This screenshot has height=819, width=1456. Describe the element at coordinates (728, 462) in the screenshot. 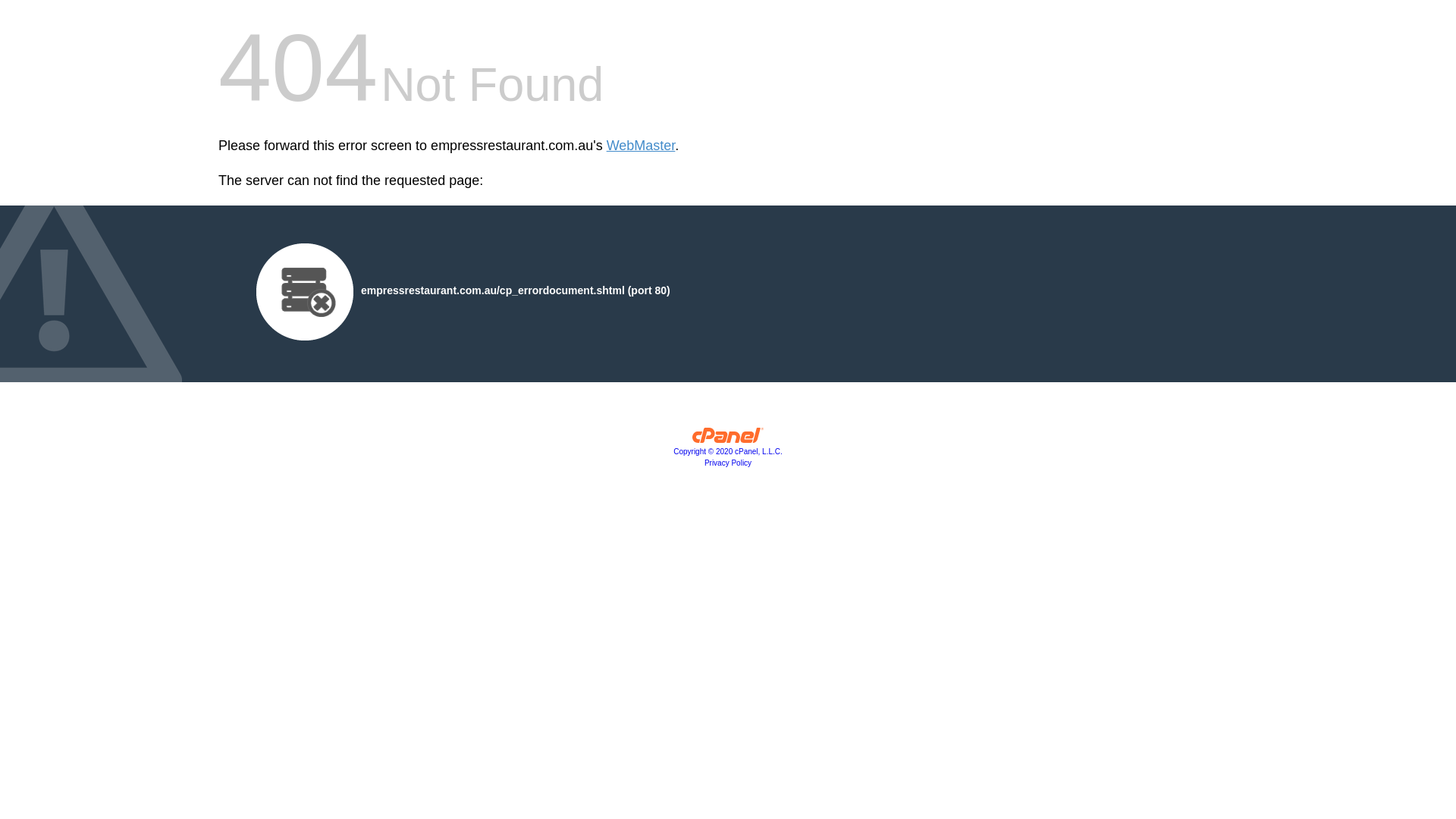

I see `'Privacy Policy'` at that location.